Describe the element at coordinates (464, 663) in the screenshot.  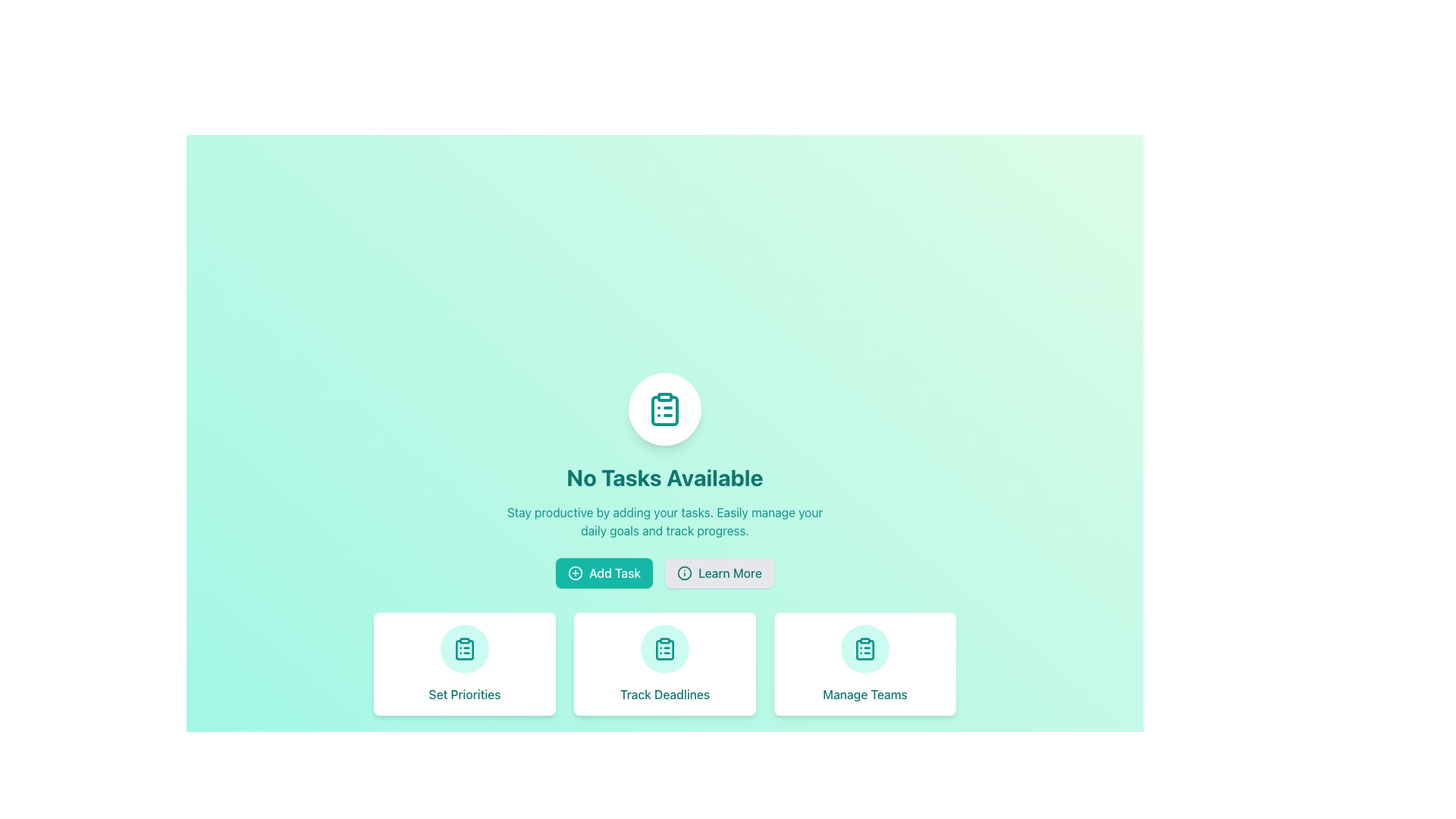
I see `the leftmost card in the row that signifies a task related to setting priorities` at that location.